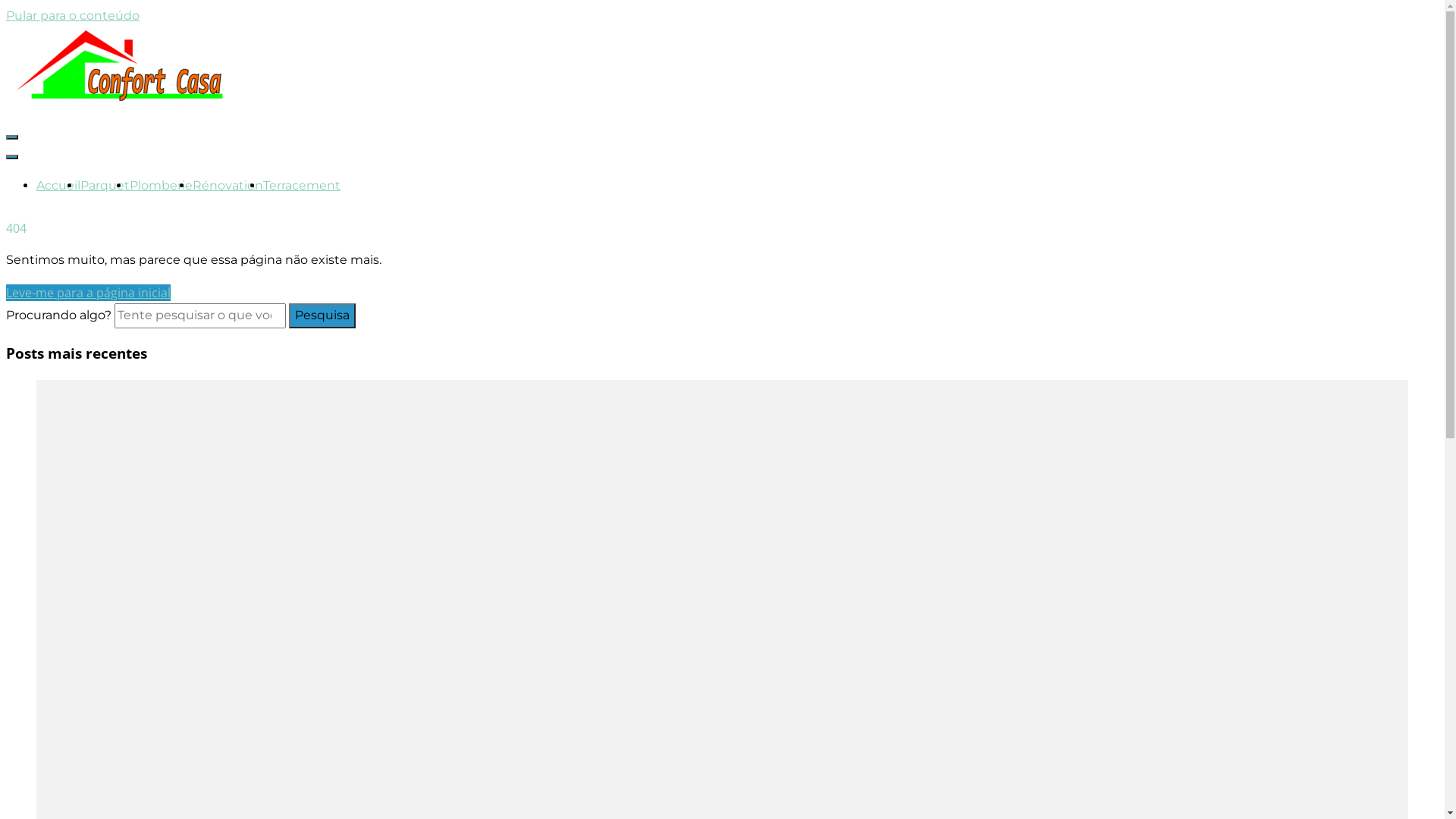 The height and width of the screenshot is (819, 1456). What do you see at coordinates (302, 184) in the screenshot?
I see `'Terracement'` at bounding box center [302, 184].